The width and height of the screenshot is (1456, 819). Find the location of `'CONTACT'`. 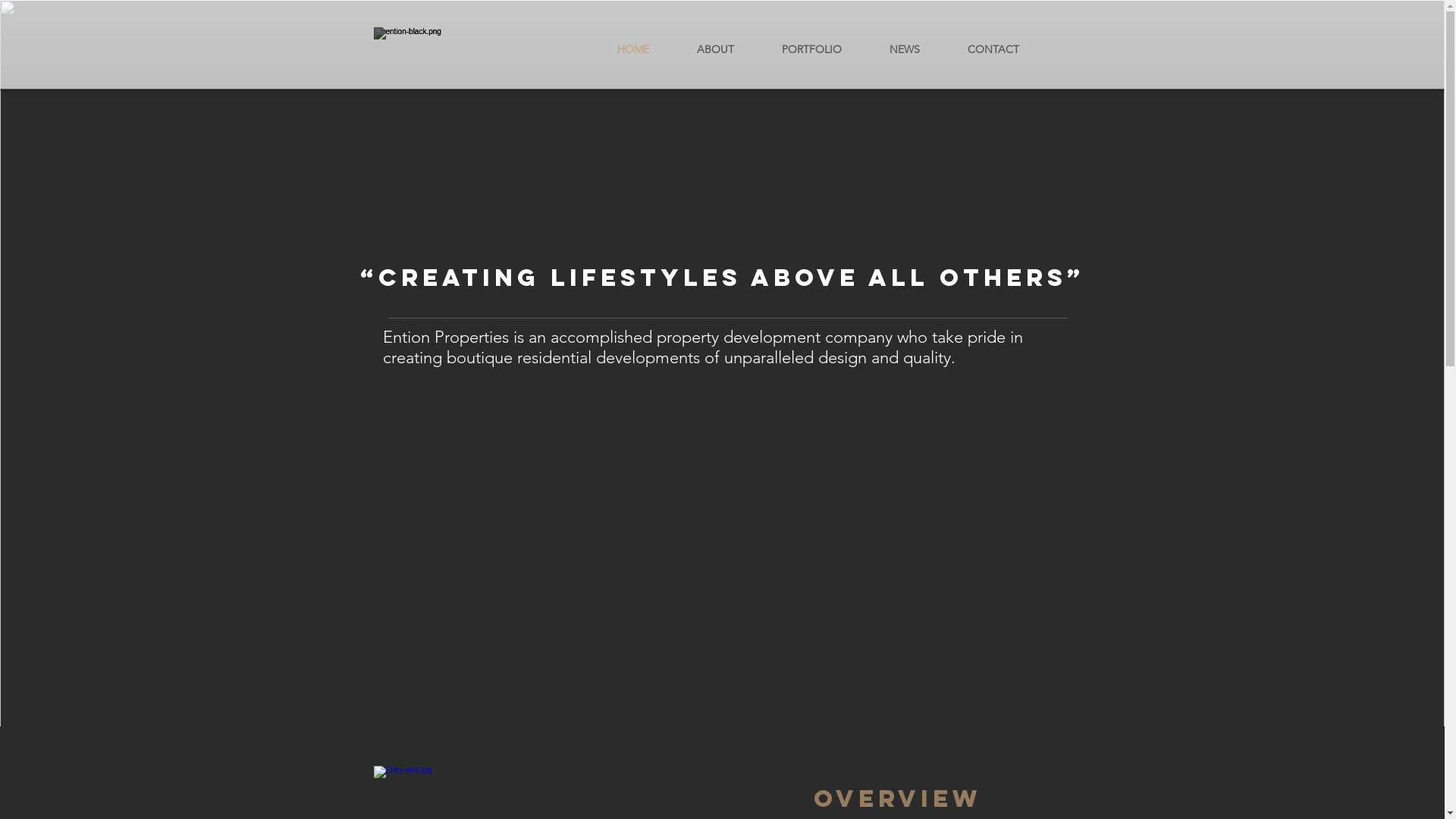

'CONTACT' is located at coordinates (942, 49).